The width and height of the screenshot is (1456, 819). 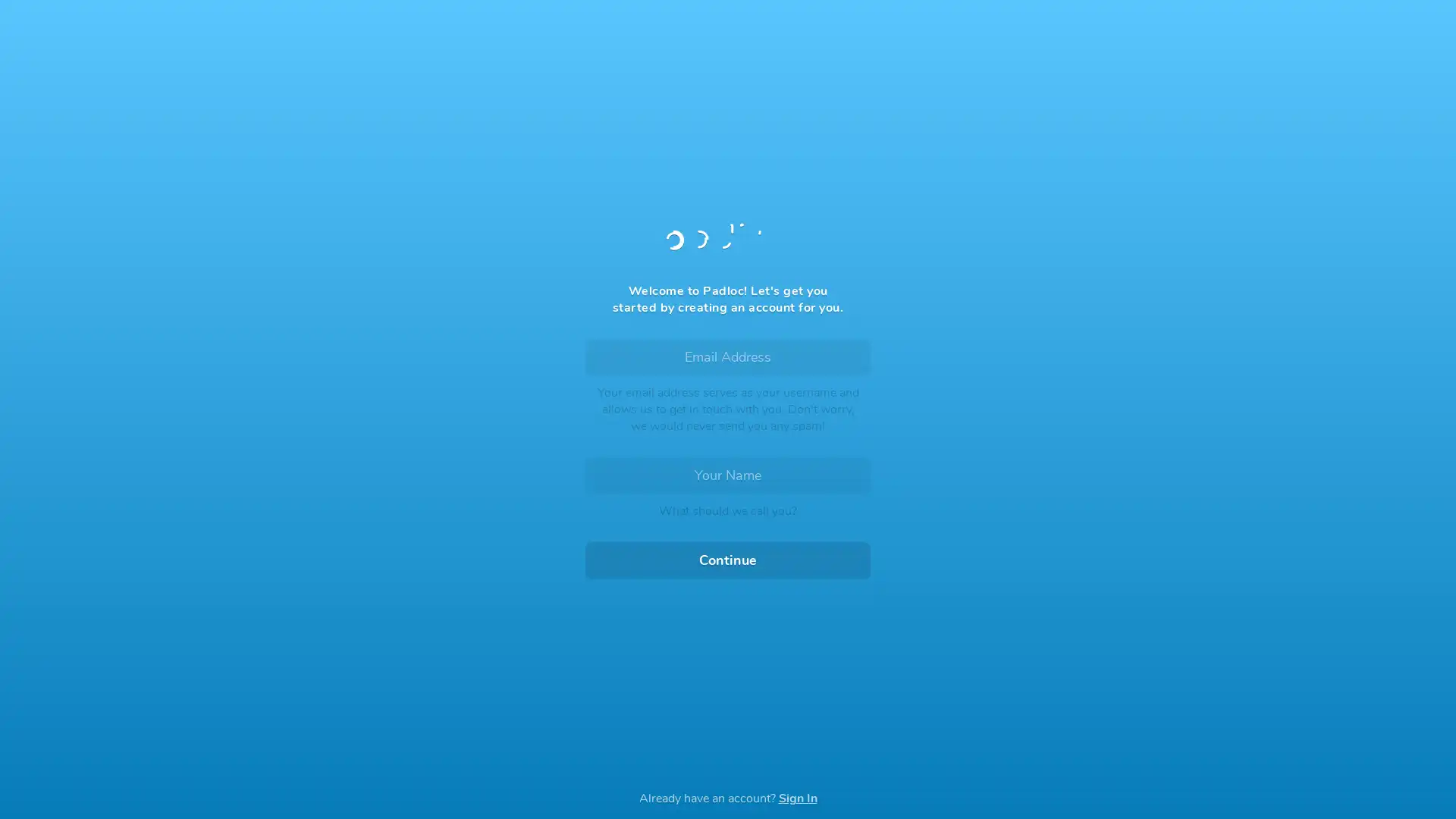 I want to click on Continue, so click(x=728, y=560).